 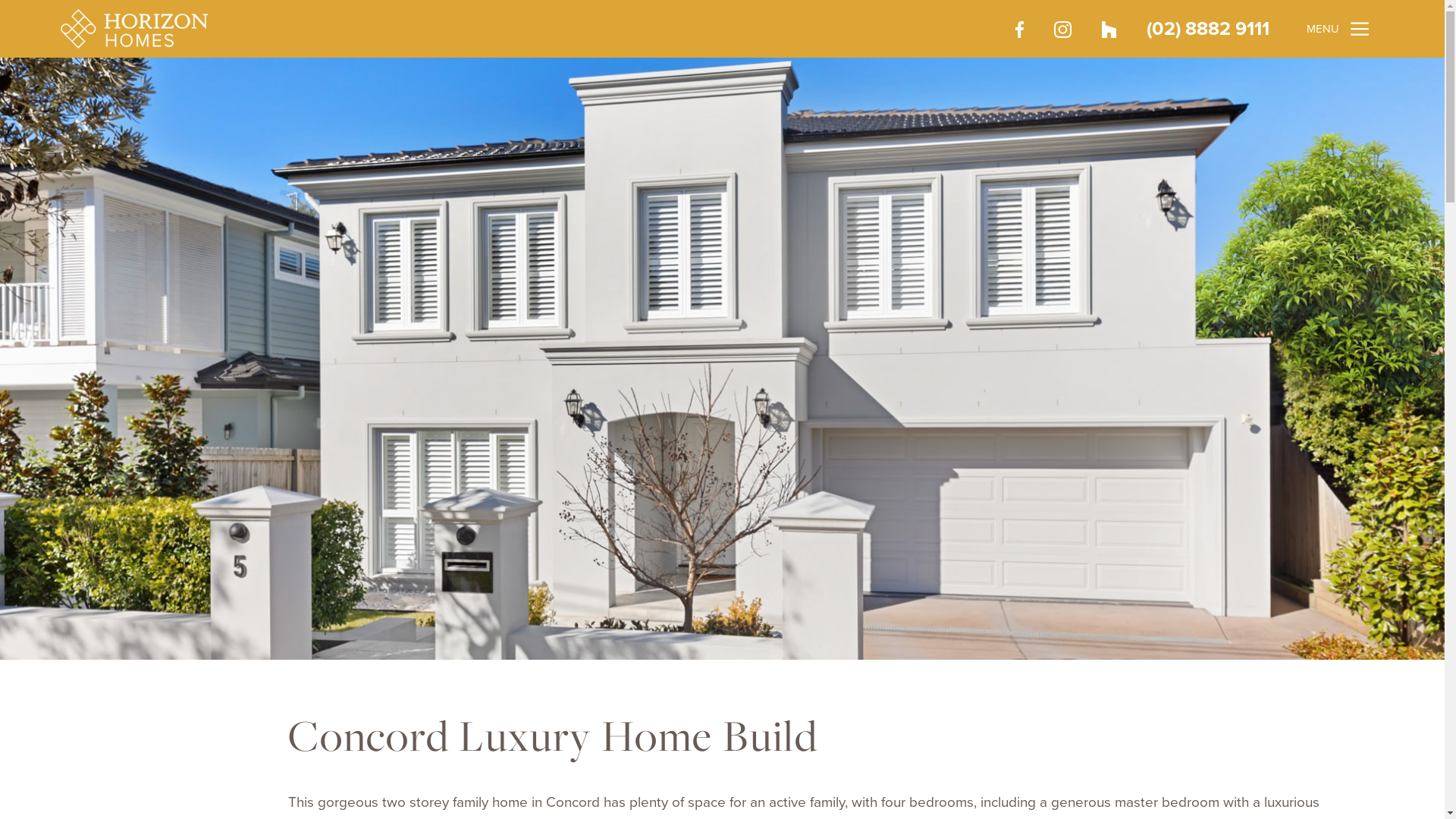 What do you see at coordinates (1207, 29) in the screenshot?
I see `'(02) 8882 9111'` at bounding box center [1207, 29].